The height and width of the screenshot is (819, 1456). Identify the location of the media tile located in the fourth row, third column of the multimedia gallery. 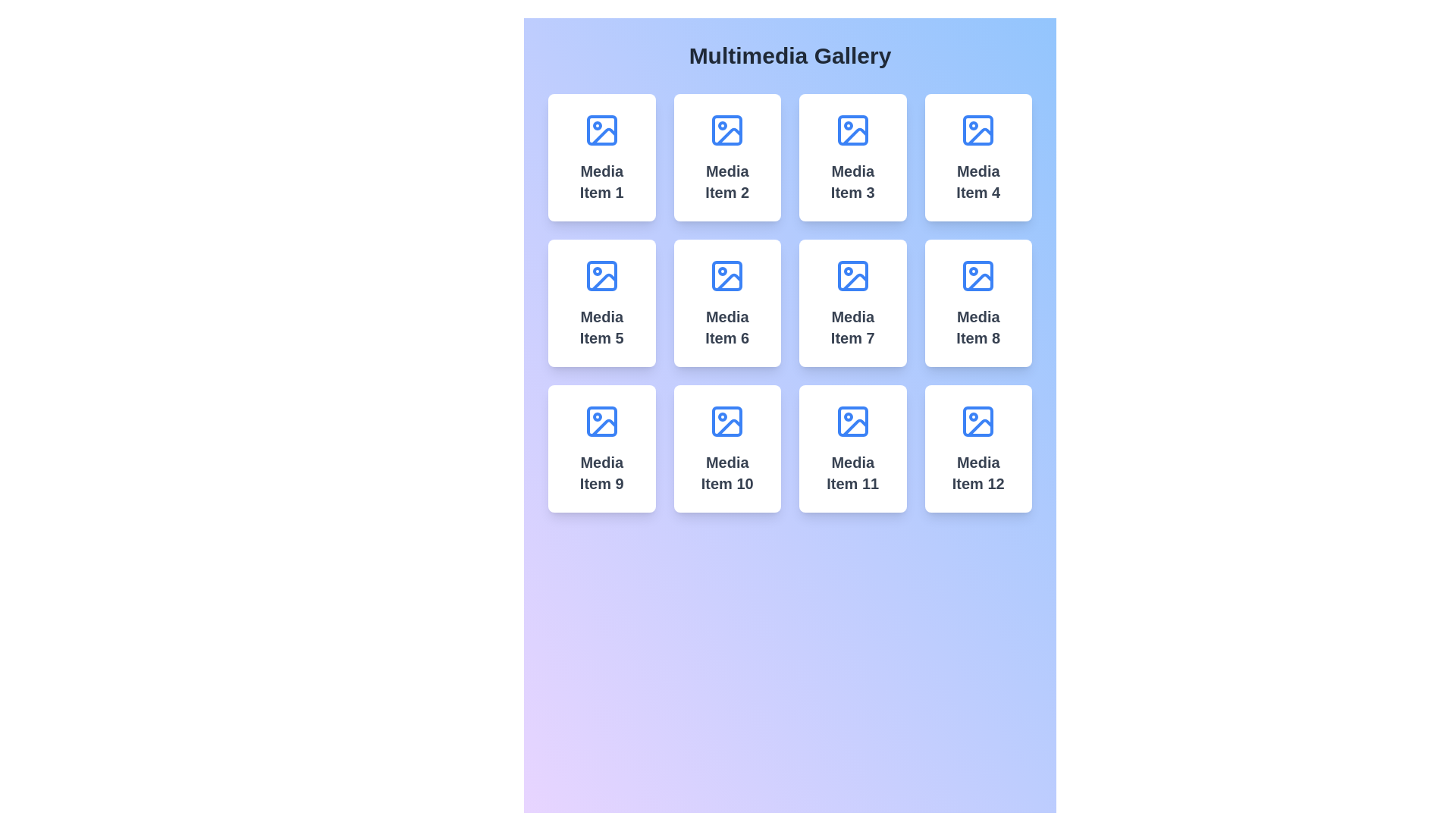
(852, 447).